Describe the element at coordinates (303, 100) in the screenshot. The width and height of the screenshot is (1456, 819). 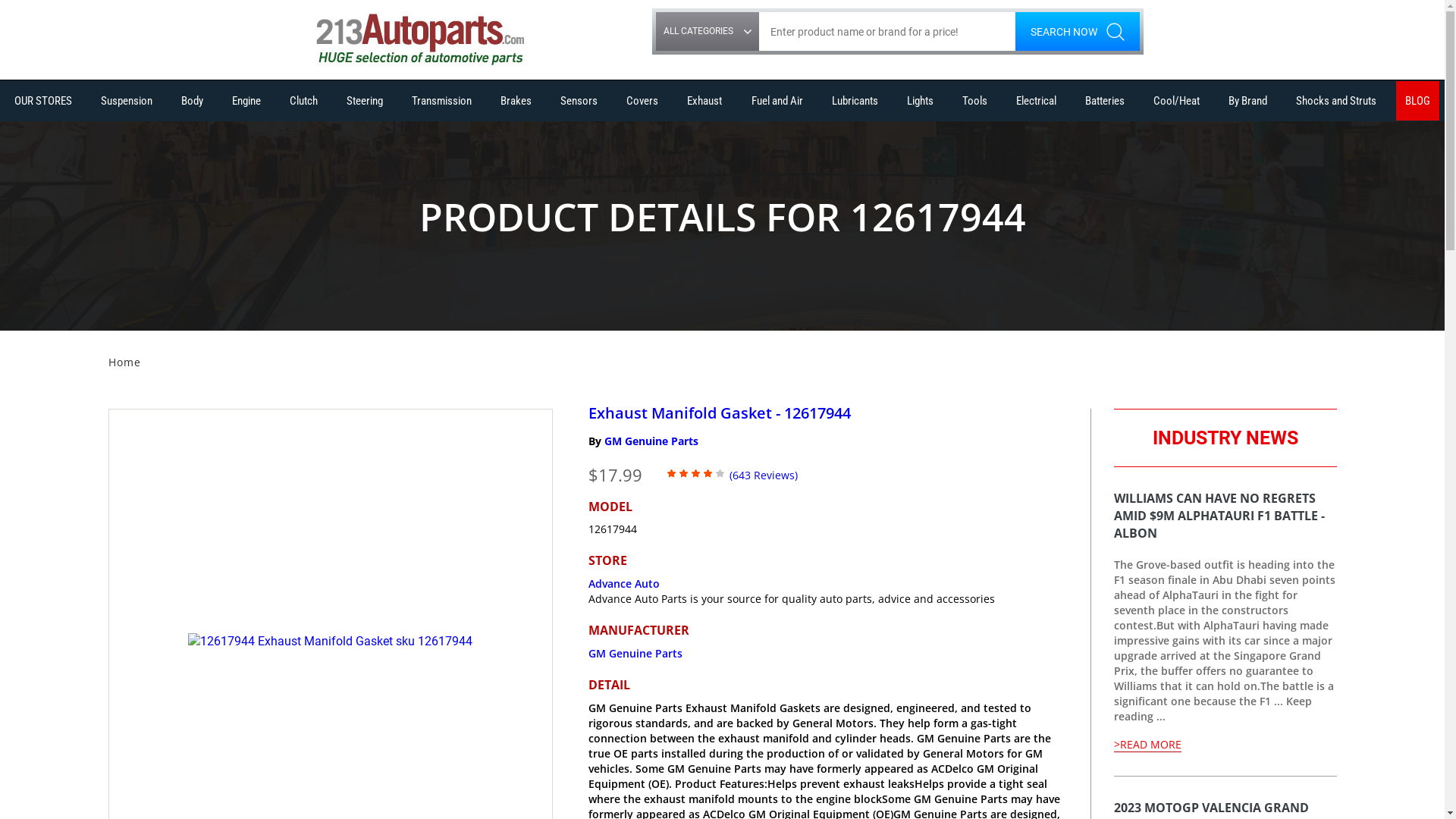
I see `'Clutch'` at that location.